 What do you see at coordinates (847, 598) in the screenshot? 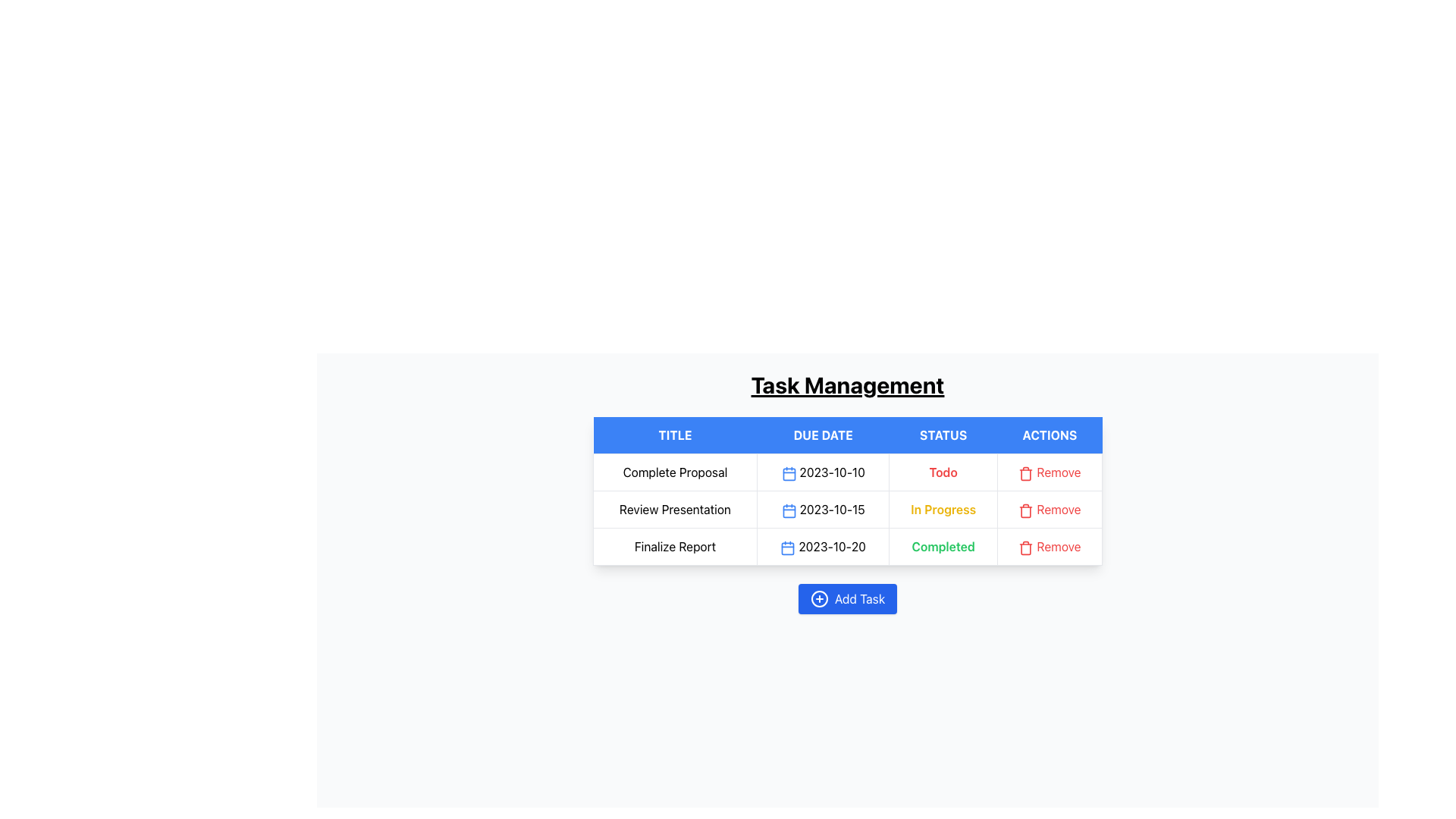
I see `the 'Add Task' button located below the 'Task Management' table` at bounding box center [847, 598].